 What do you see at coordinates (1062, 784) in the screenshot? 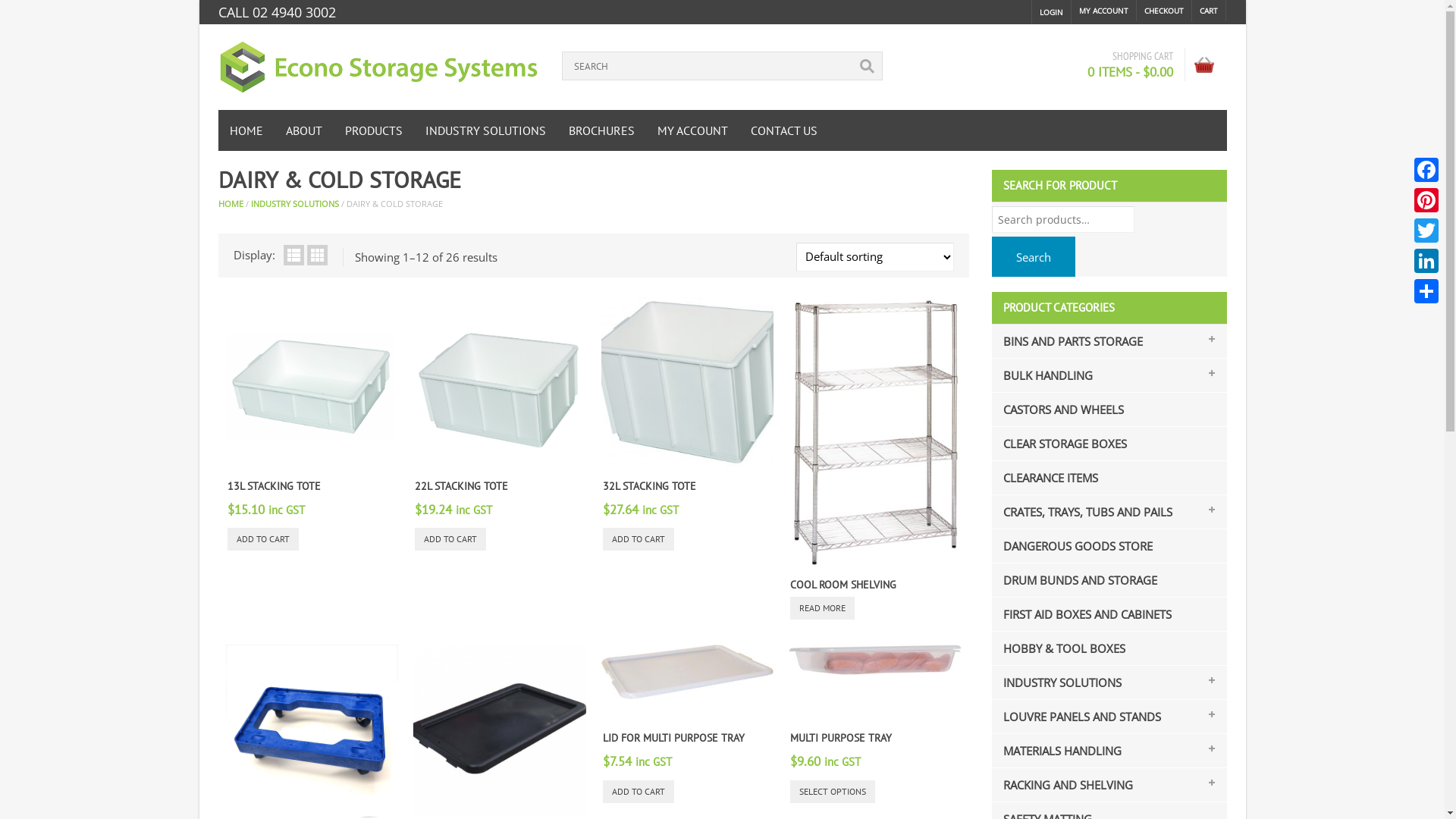
I see `'RACKING AND SHELVING'` at bounding box center [1062, 784].